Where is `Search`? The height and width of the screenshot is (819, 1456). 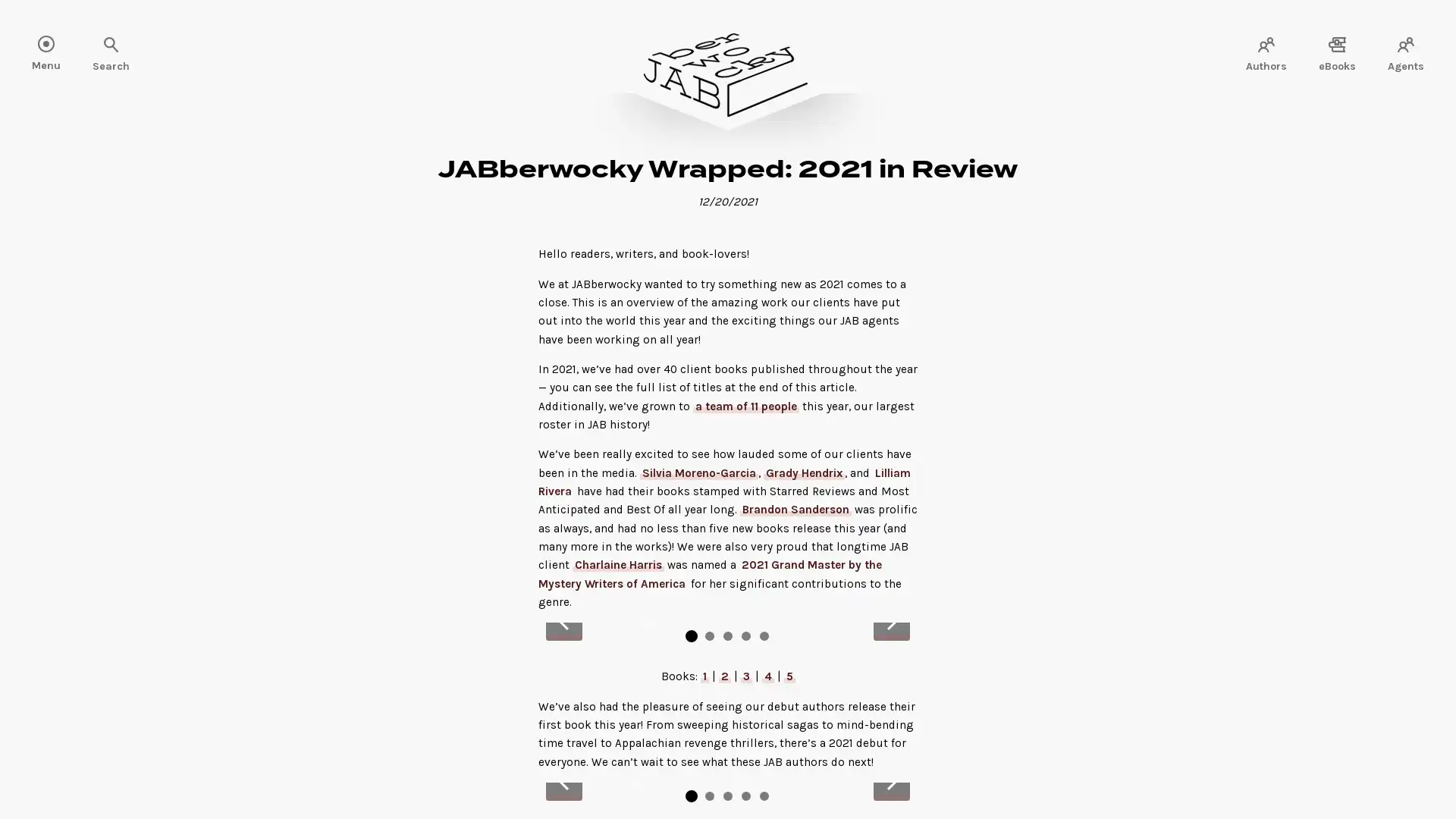 Search is located at coordinates (61, 45).